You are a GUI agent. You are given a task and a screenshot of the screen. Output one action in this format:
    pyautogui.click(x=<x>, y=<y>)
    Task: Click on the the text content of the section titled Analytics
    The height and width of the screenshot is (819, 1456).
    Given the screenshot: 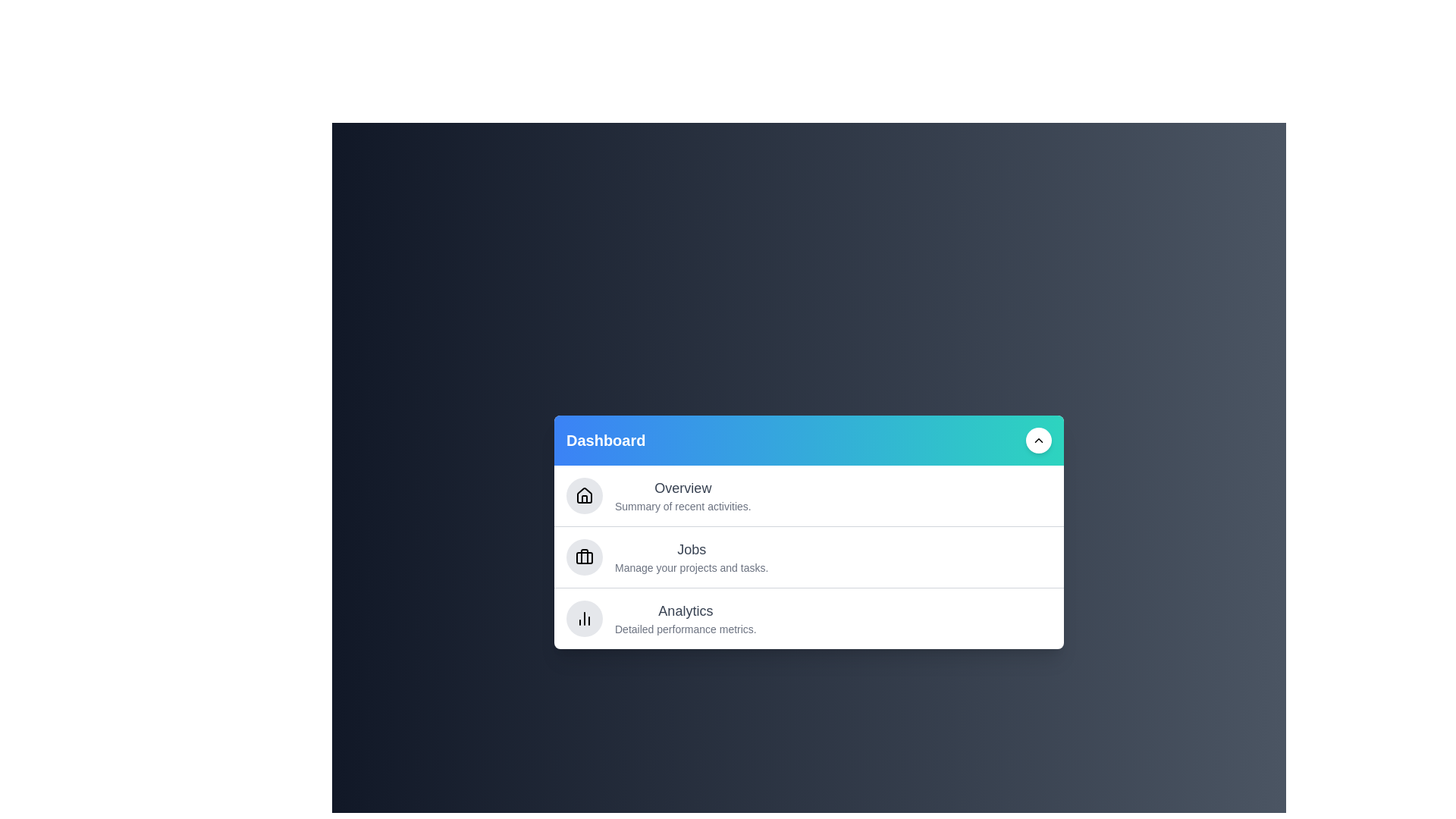 What is the action you would take?
    pyautogui.click(x=685, y=610)
    